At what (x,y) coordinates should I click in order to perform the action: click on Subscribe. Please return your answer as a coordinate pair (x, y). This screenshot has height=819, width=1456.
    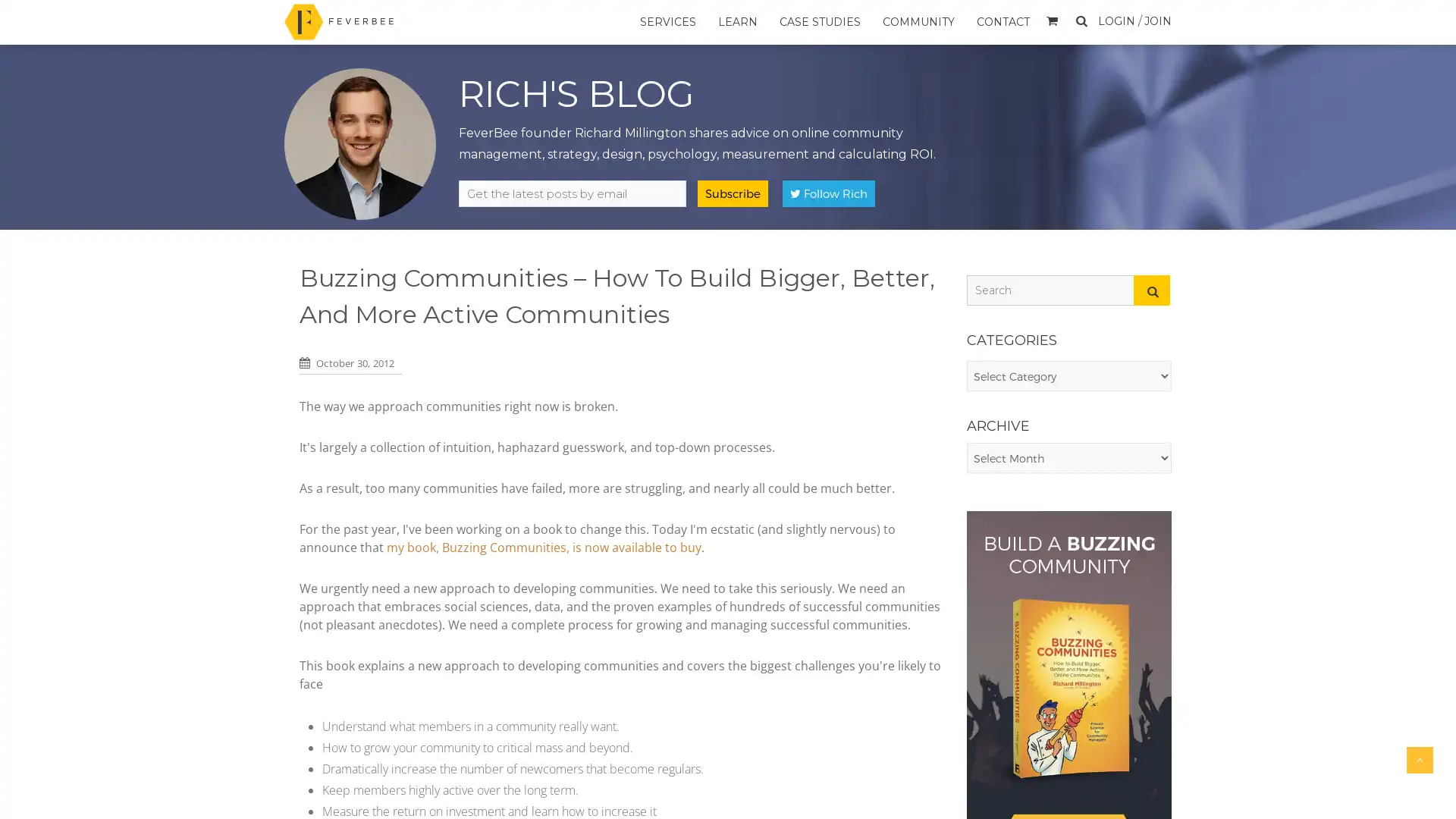
    Looking at the image, I should click on (733, 193).